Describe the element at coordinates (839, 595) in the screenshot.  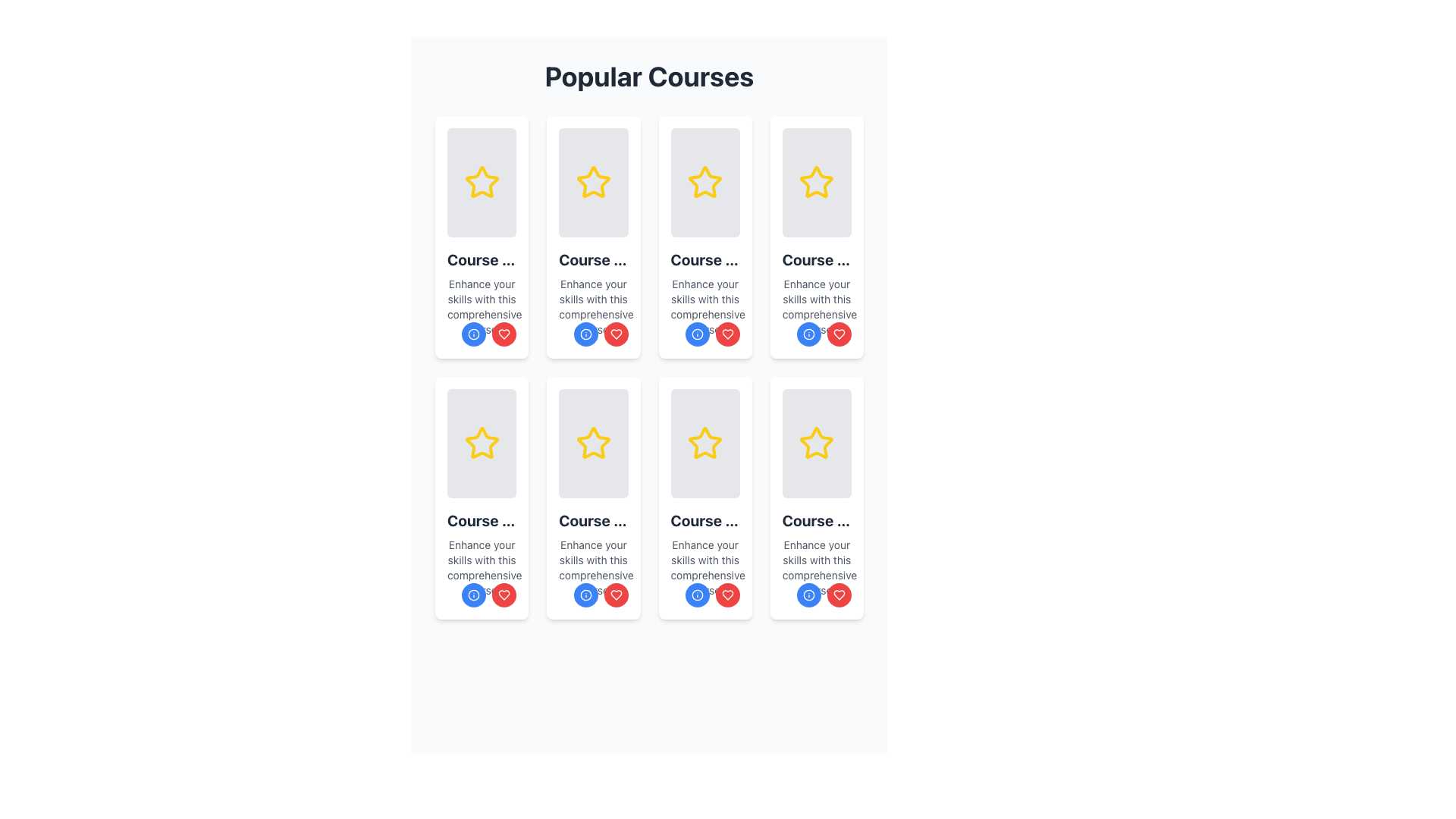
I see `the circular red button with a white heart icon located in the bottom-right corner of the card to favorite` at that location.